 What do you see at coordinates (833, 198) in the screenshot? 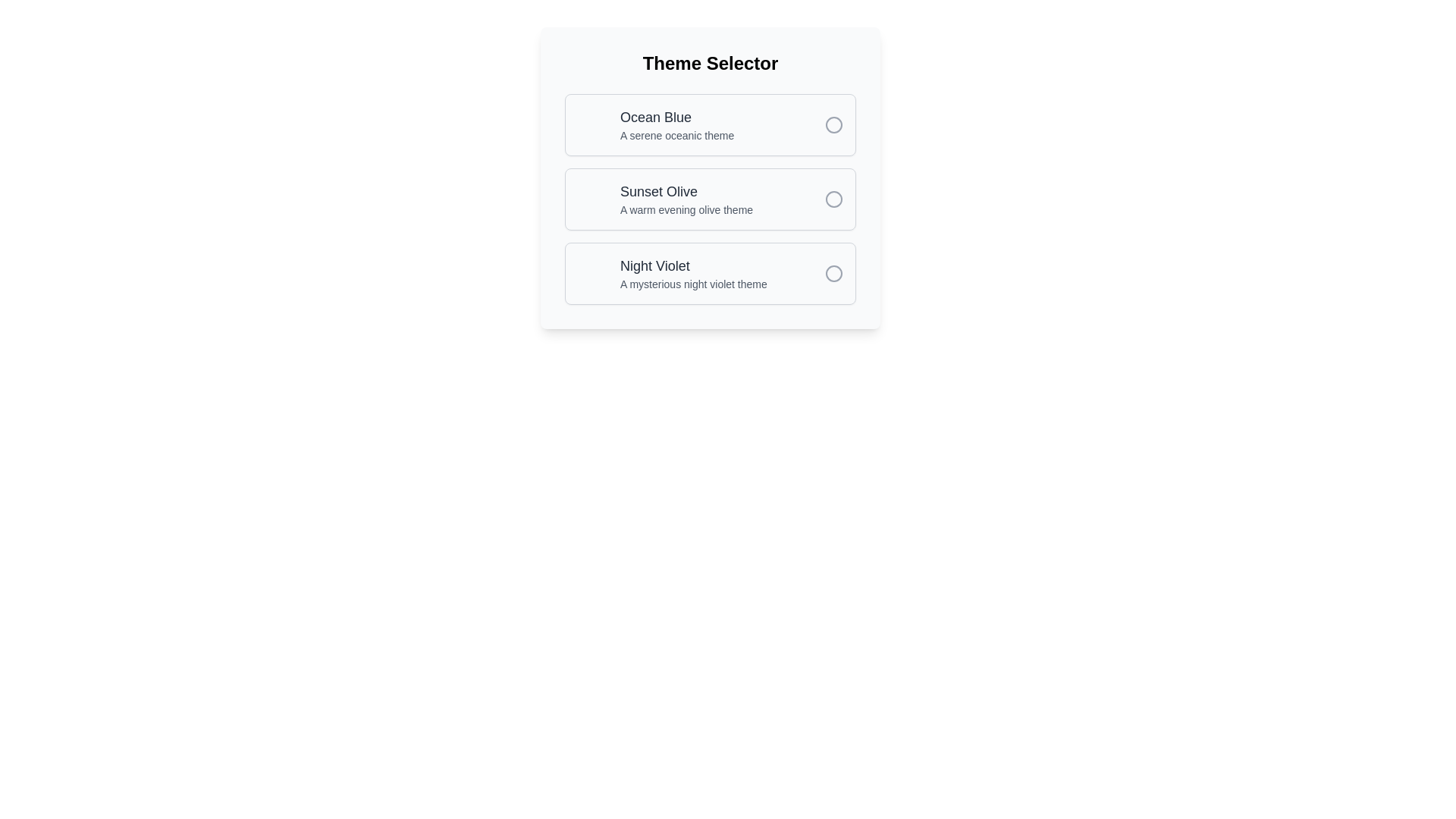
I see `the radio button for the 'Sunset Olive' theme selection located on the far right of the 'Sunset Olive' section in the theme selector` at bounding box center [833, 198].